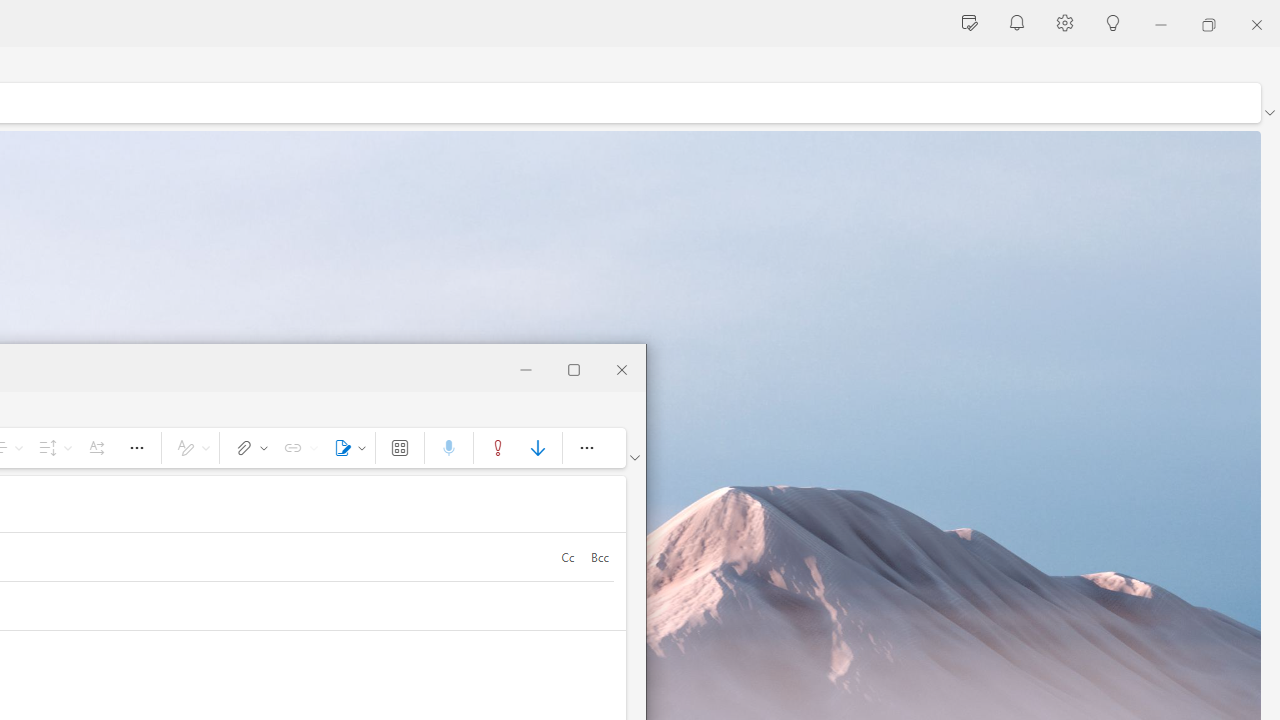 This screenshot has height=720, width=1280. Describe the element at coordinates (573, 367) in the screenshot. I see `'Maximize'` at that location.